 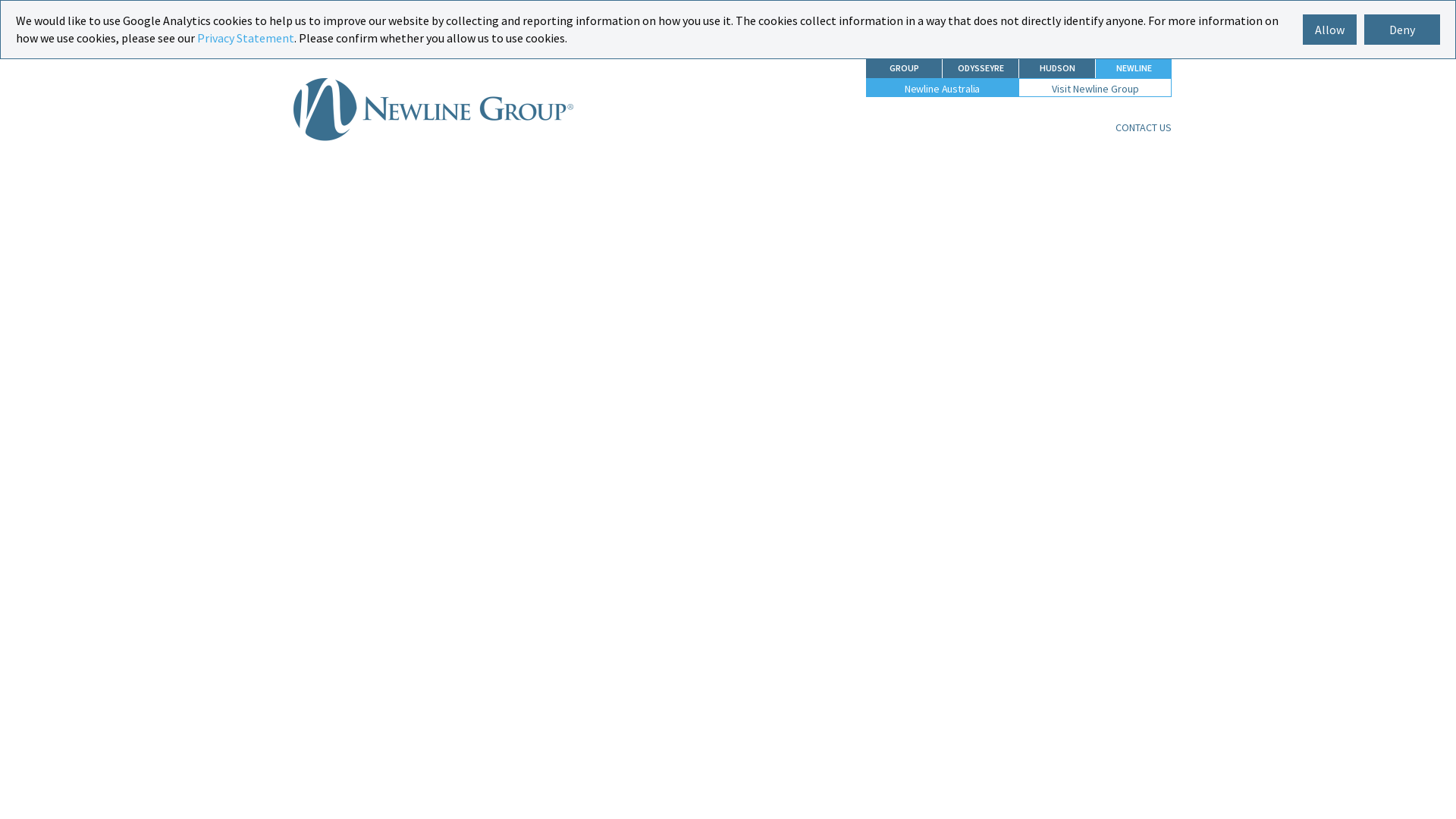 I want to click on 'ODYSSEYRE', so click(x=980, y=67).